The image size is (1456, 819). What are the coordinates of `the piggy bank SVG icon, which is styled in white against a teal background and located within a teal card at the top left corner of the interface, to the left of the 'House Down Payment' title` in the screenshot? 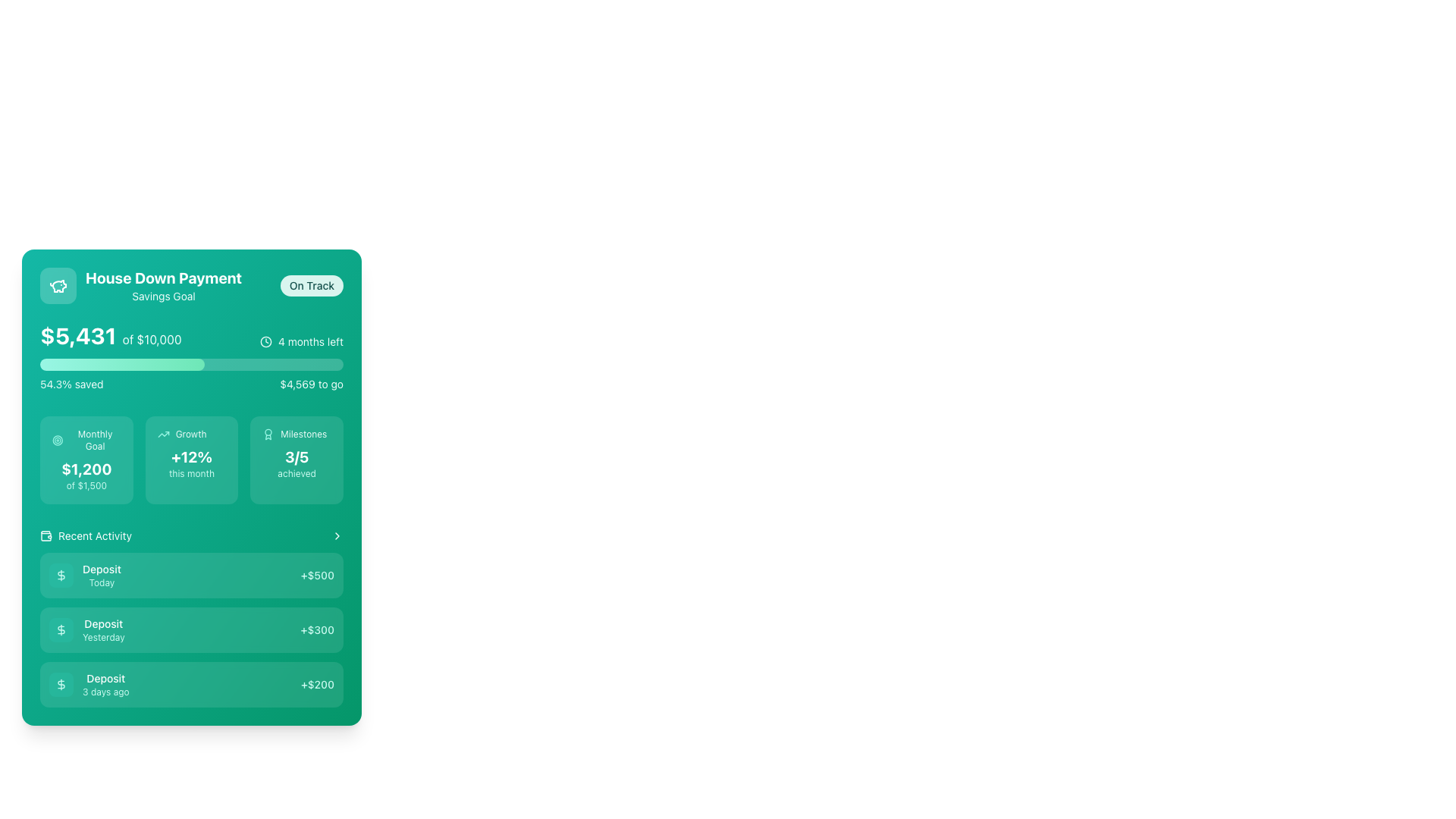 It's located at (58, 286).